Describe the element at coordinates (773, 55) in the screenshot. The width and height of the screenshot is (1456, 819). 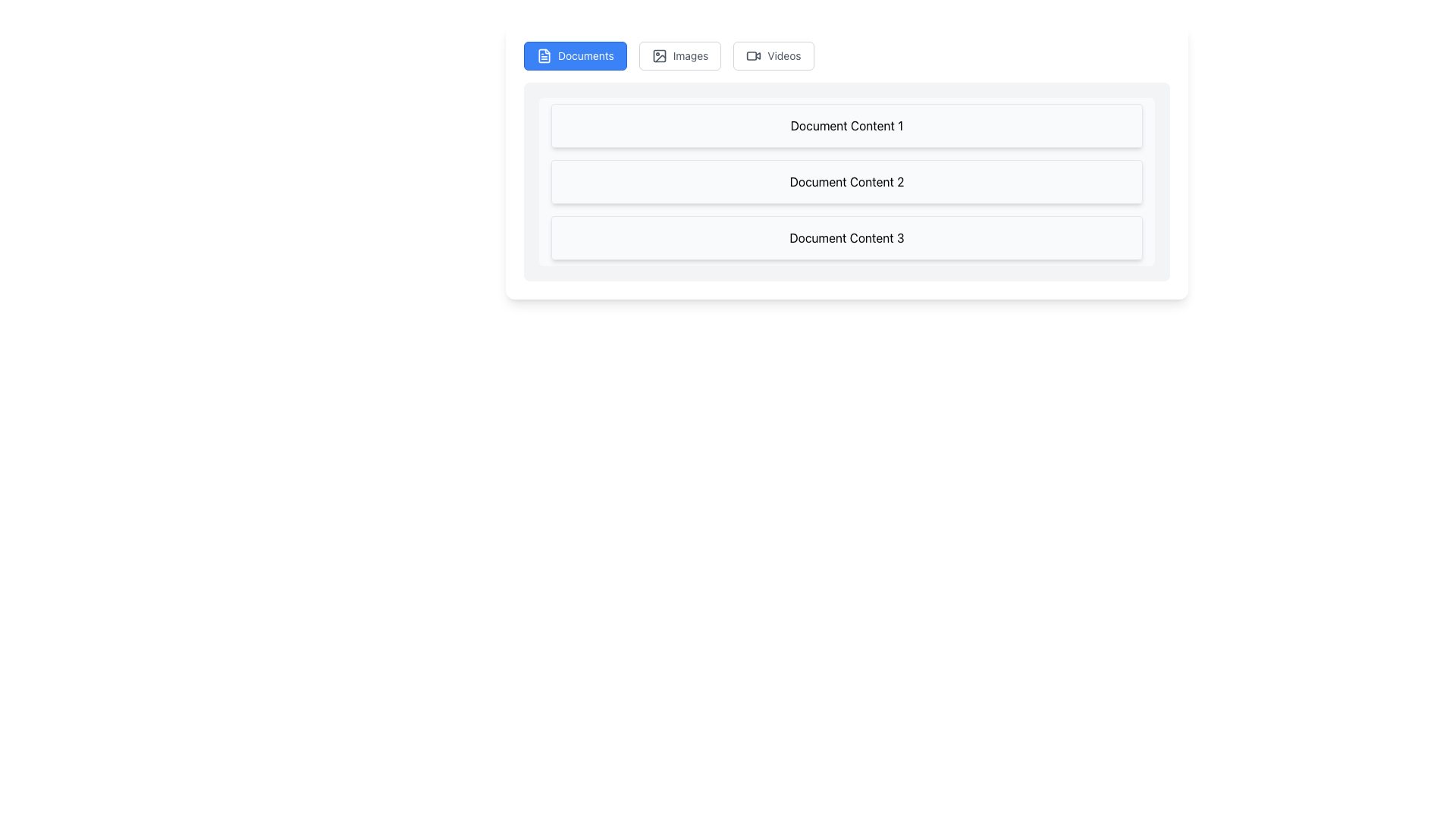
I see `the rectangular button with rounded corners that has a video camera icon and the text 'Videos'` at that location.